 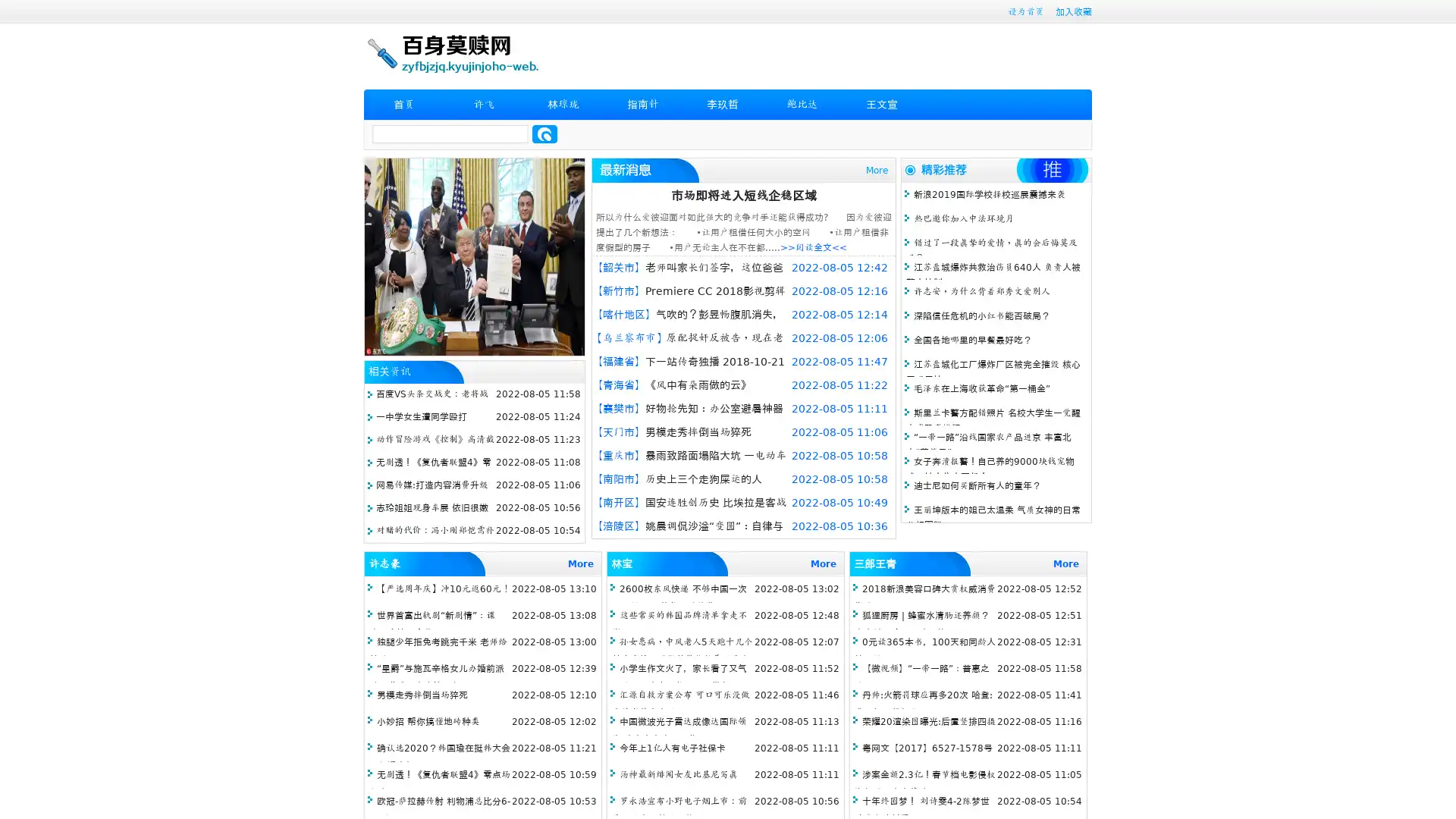 What do you see at coordinates (544, 133) in the screenshot?
I see `Search` at bounding box center [544, 133].